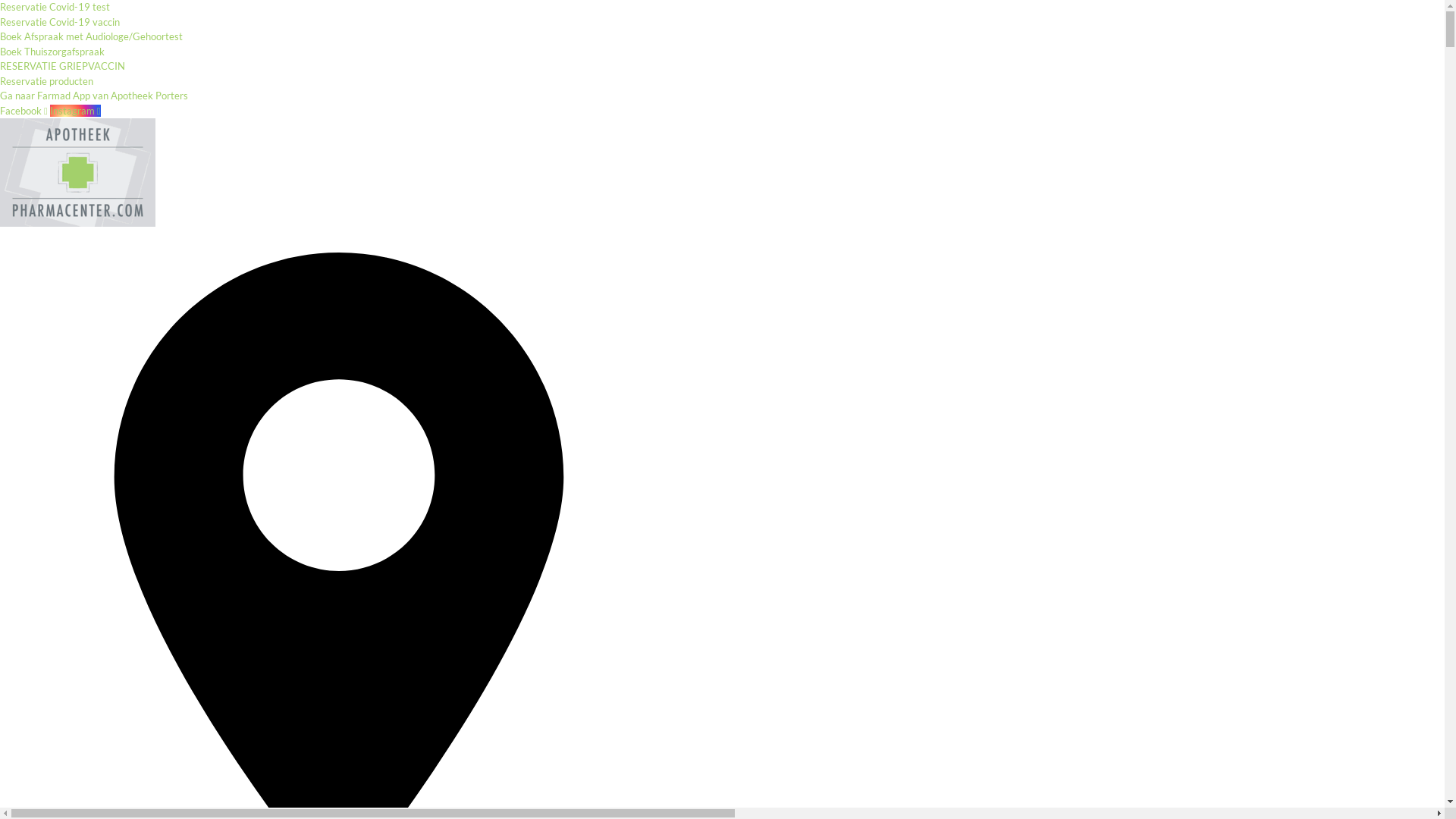 The height and width of the screenshot is (819, 1456). What do you see at coordinates (25, 110) in the screenshot?
I see `'Facebook'` at bounding box center [25, 110].